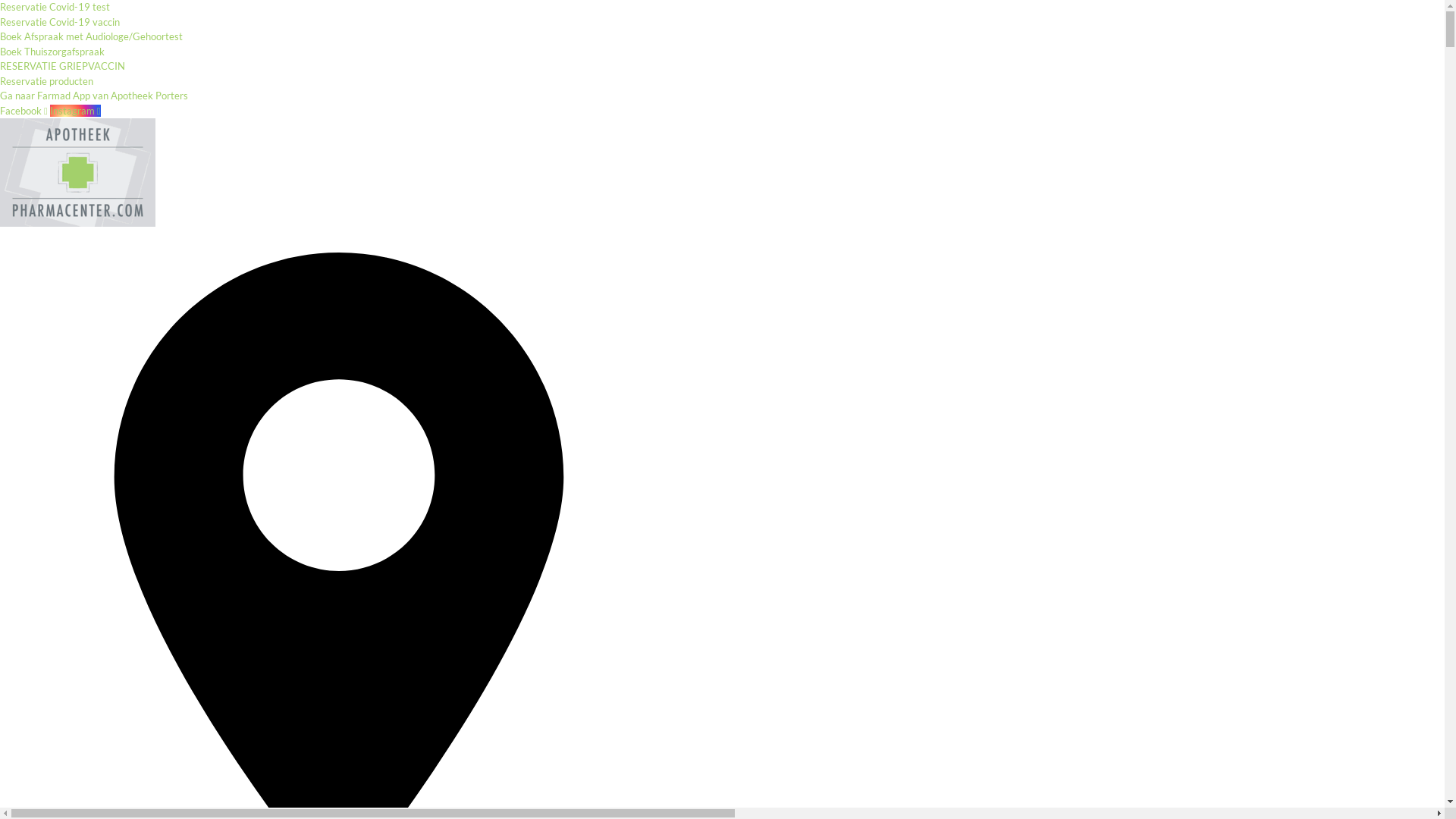 The height and width of the screenshot is (819, 1456). What do you see at coordinates (25, 110) in the screenshot?
I see `'Facebook'` at bounding box center [25, 110].